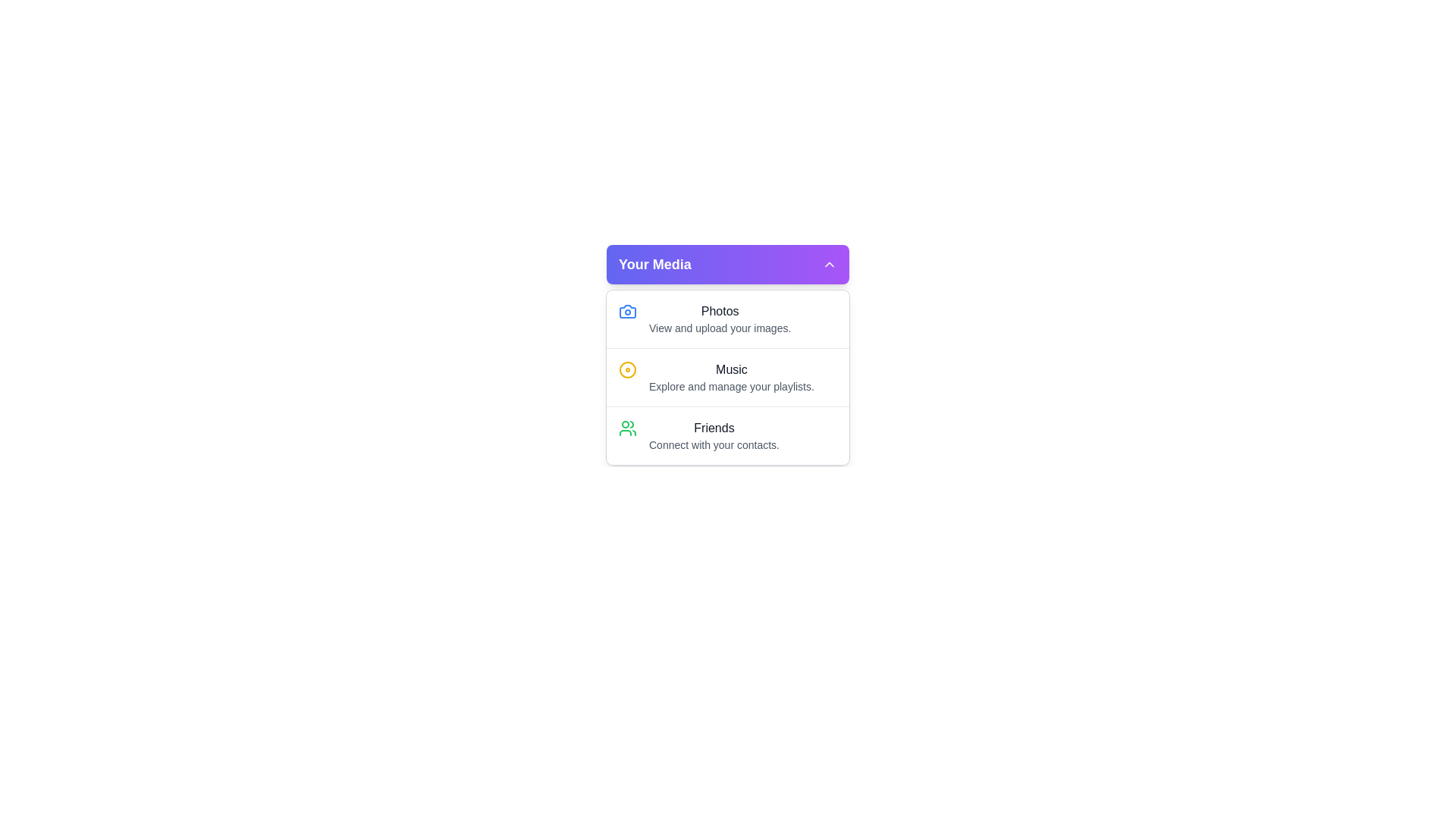 This screenshot has height=819, width=1456. Describe the element at coordinates (731, 385) in the screenshot. I see `the static text providing a description for the 'Music' section, located under the title 'Your Media.'` at that location.